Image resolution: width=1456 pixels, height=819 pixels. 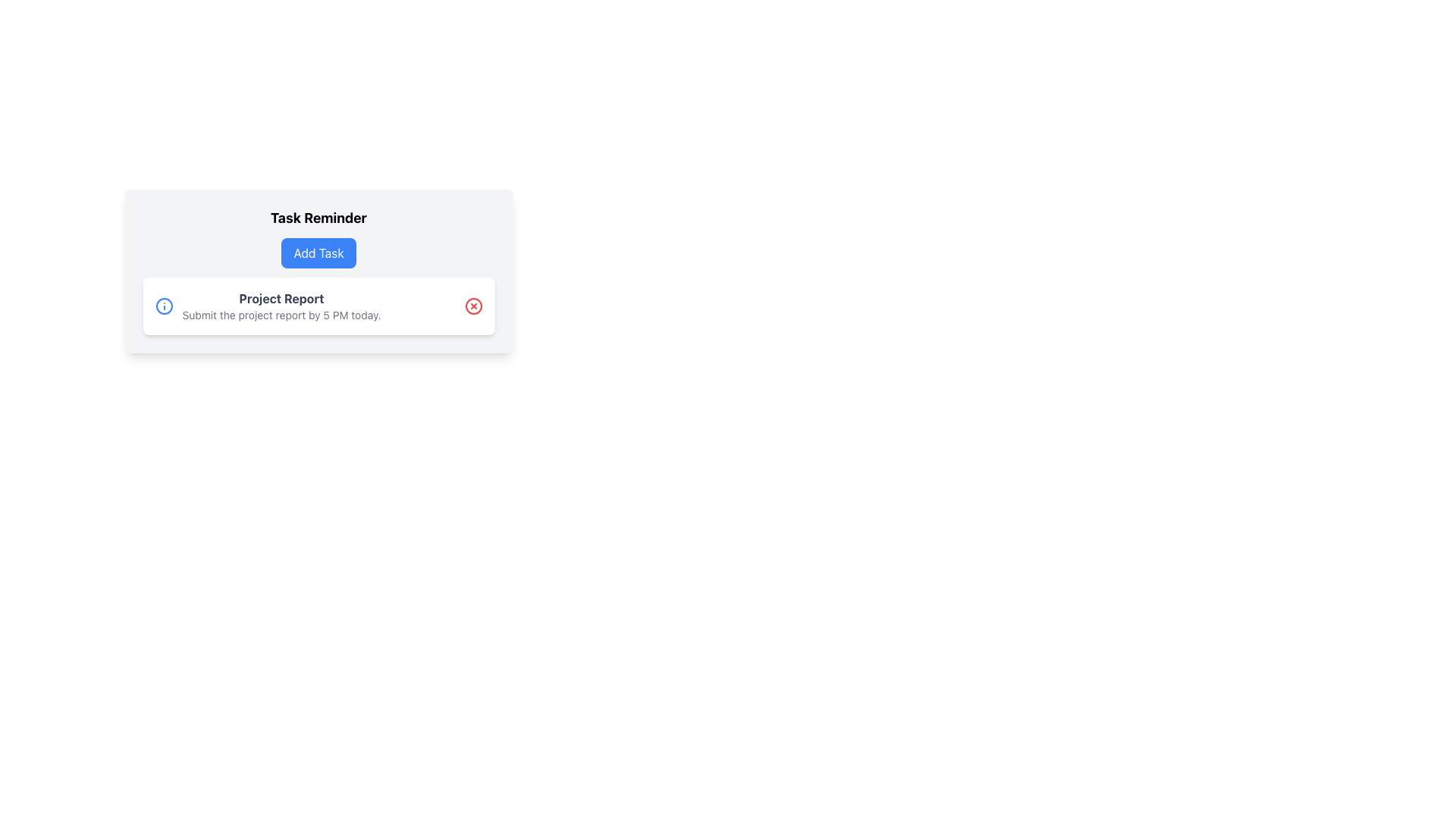 I want to click on the 'Add Task' button located below the 'Task Reminder' heading, so click(x=318, y=253).